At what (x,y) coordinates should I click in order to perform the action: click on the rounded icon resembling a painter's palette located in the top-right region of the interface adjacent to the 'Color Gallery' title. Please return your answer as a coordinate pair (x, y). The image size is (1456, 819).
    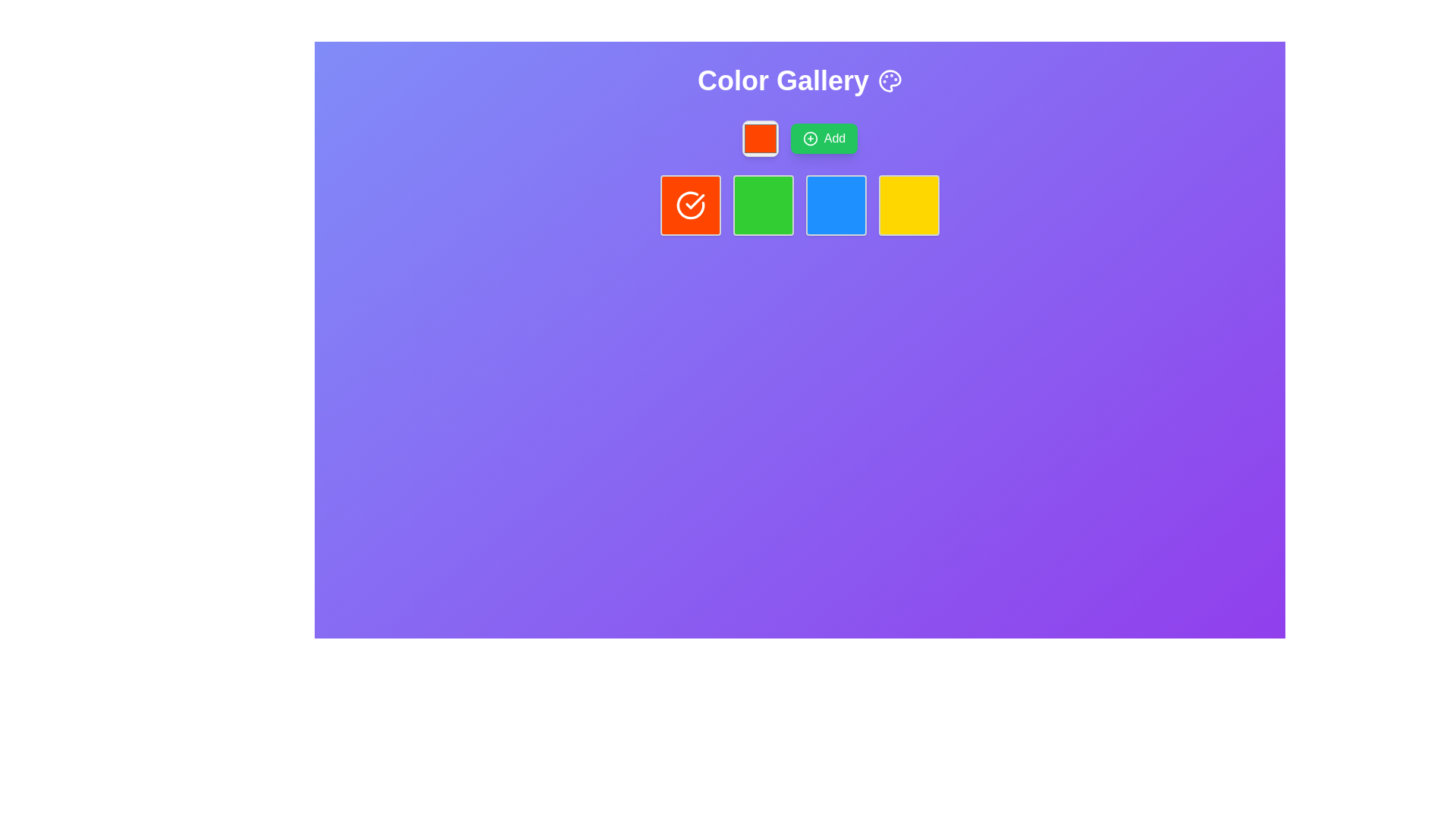
    Looking at the image, I should click on (890, 81).